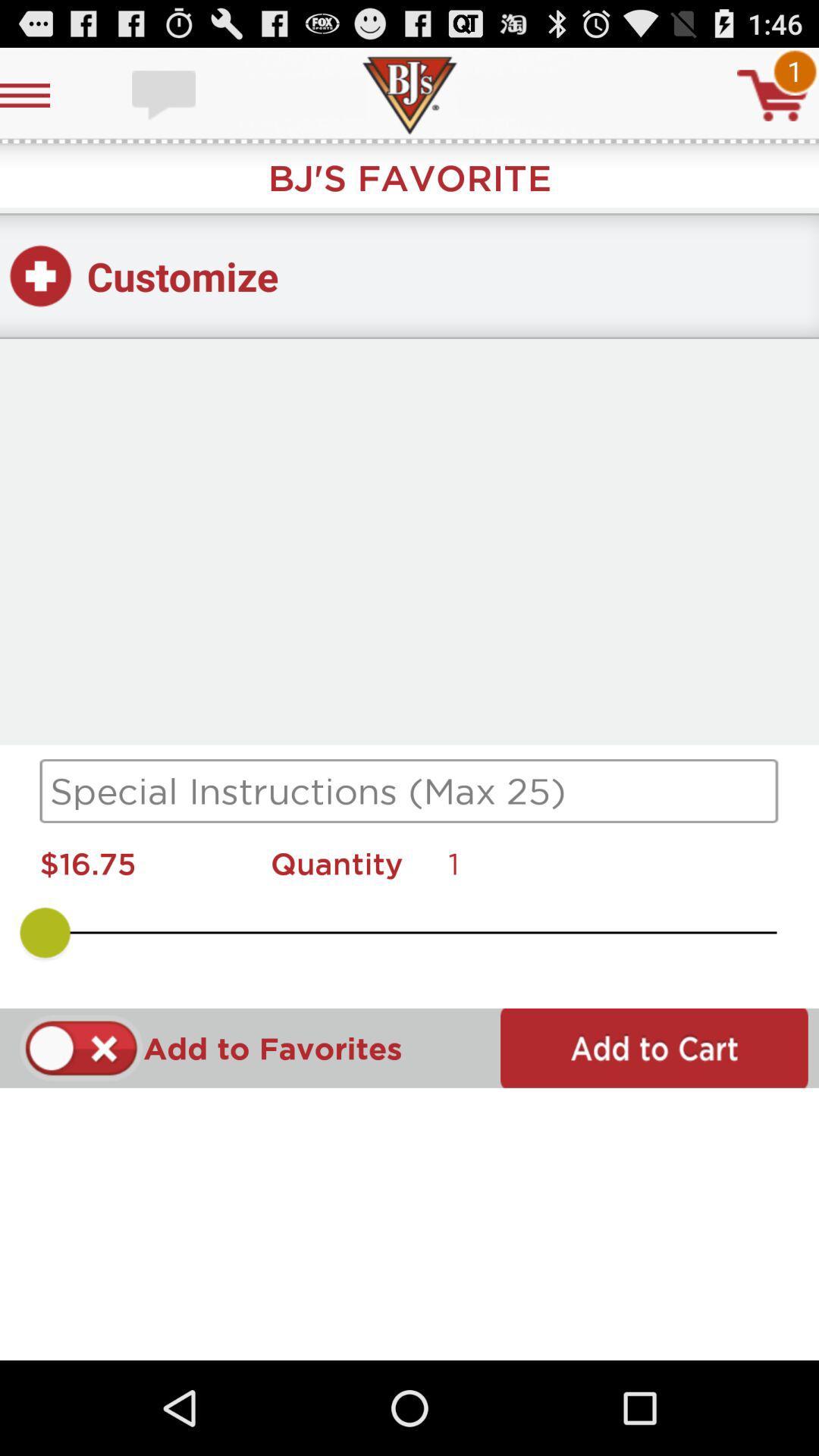 Image resolution: width=819 pixels, height=1456 pixels. Describe the element at coordinates (653, 1047) in the screenshot. I see `item` at that location.